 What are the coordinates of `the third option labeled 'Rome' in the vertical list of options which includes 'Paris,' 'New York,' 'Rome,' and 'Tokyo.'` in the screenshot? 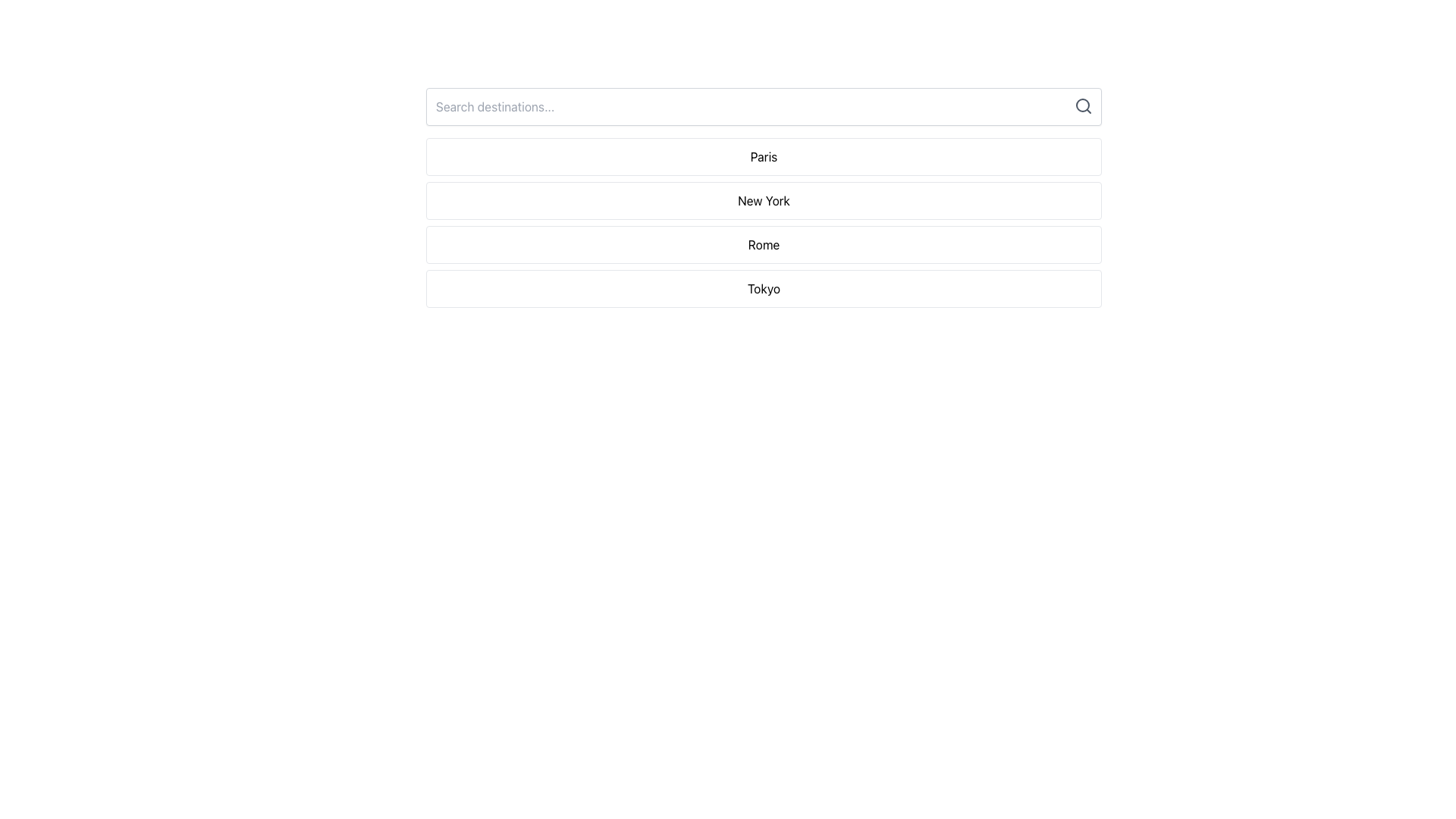 It's located at (764, 244).